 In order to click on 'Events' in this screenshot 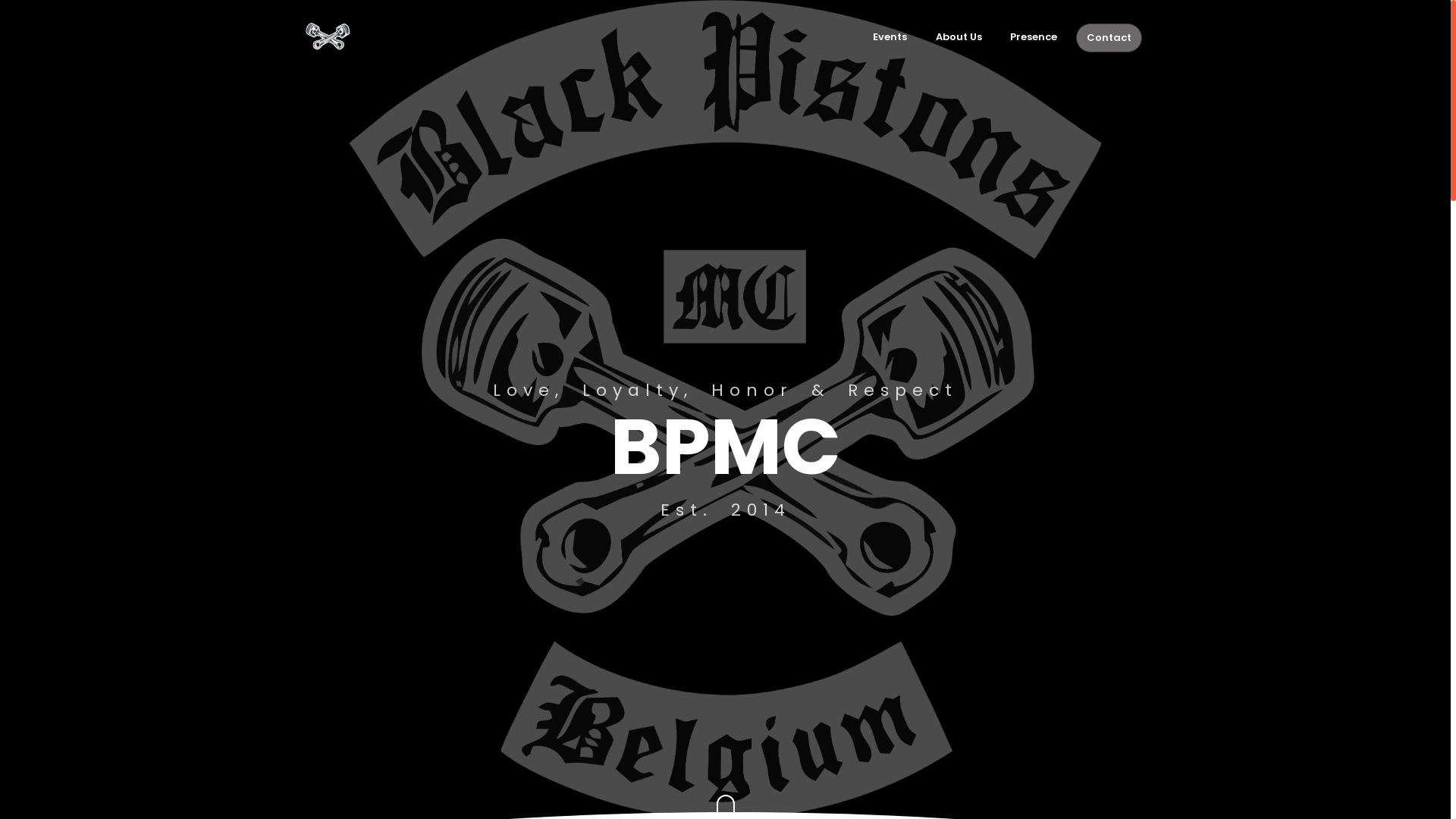, I will do `click(890, 36)`.